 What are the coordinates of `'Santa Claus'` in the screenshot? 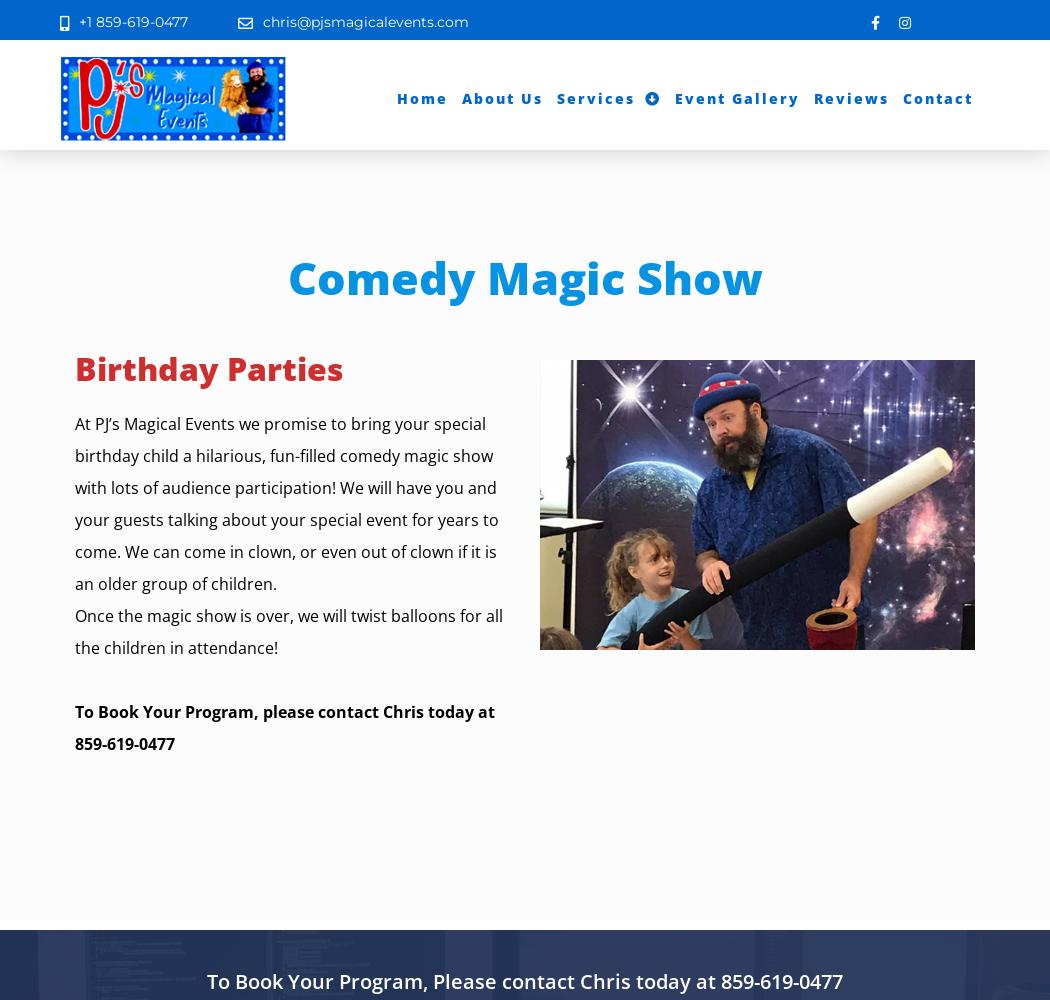 It's located at (613, 263).